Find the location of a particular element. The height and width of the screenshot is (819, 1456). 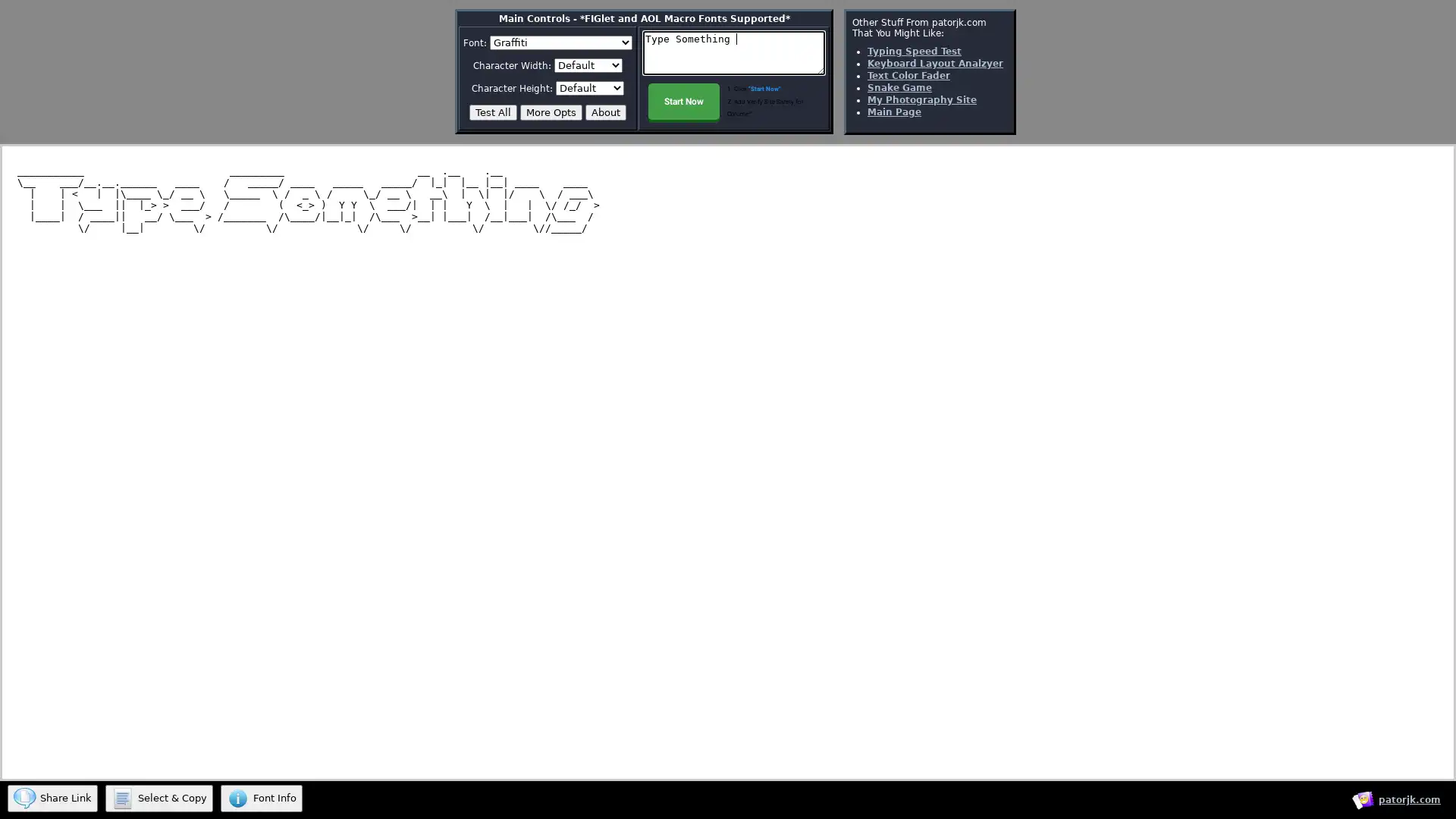

Font Info is located at coordinates (262, 798).